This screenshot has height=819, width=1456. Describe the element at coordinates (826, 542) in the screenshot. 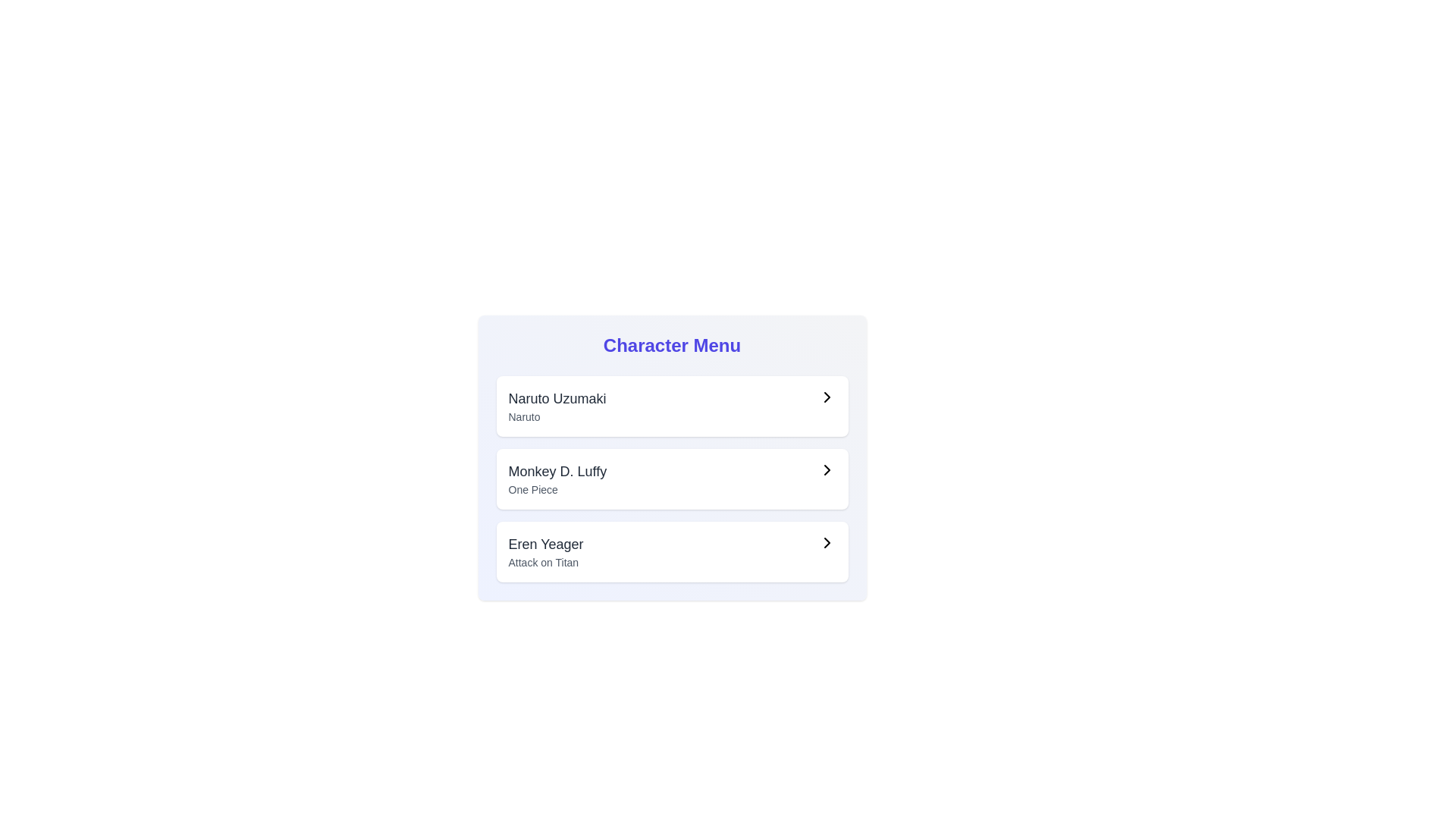

I see `the chevron icon located to the far right of the last list item in the 'Character Menu', associated with 'Eren Yeager' and 'Attack on Titan'` at that location.